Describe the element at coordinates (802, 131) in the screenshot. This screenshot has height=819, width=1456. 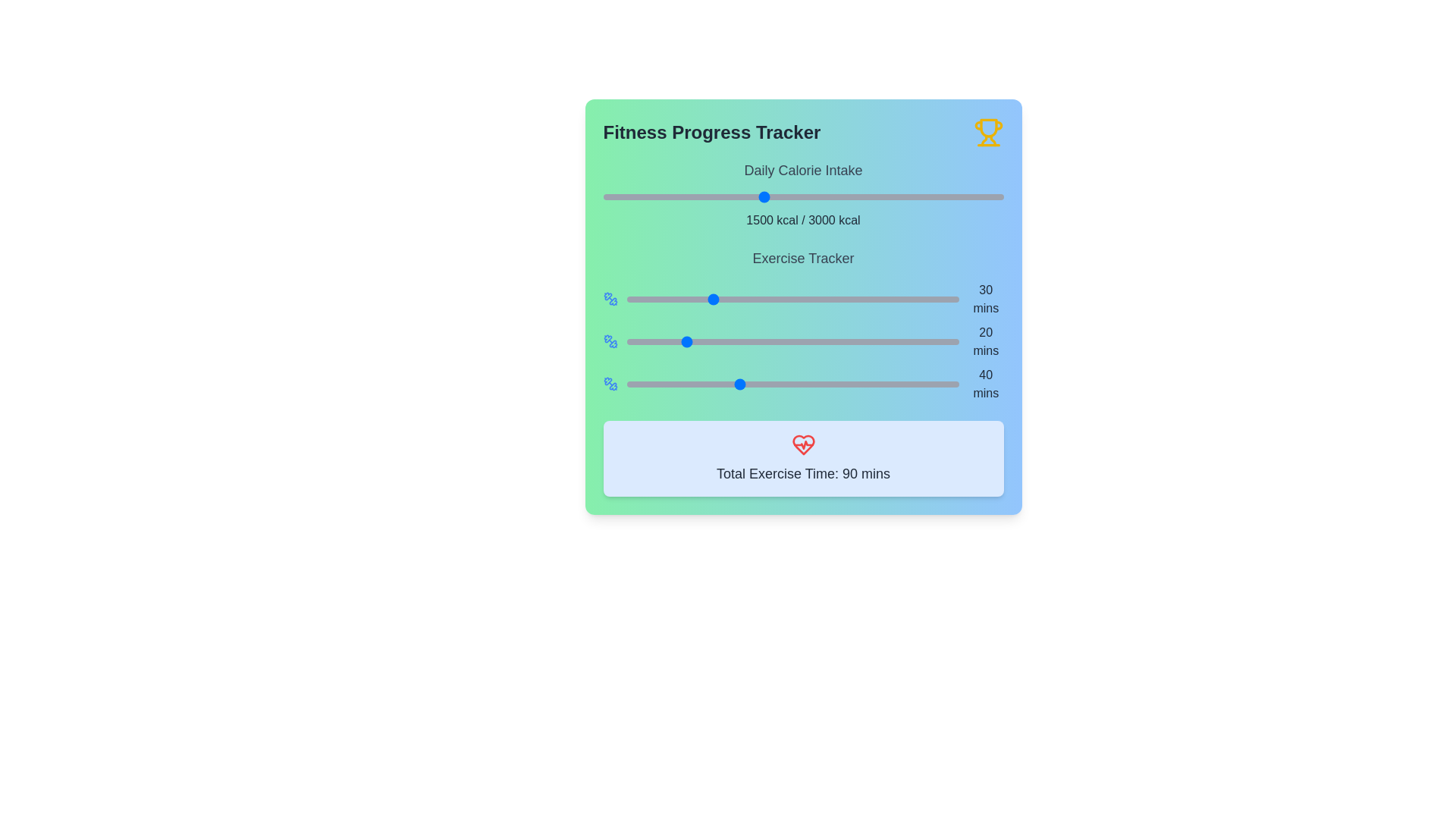
I see `the title text 'Fitness Progress Tracker'` at that location.